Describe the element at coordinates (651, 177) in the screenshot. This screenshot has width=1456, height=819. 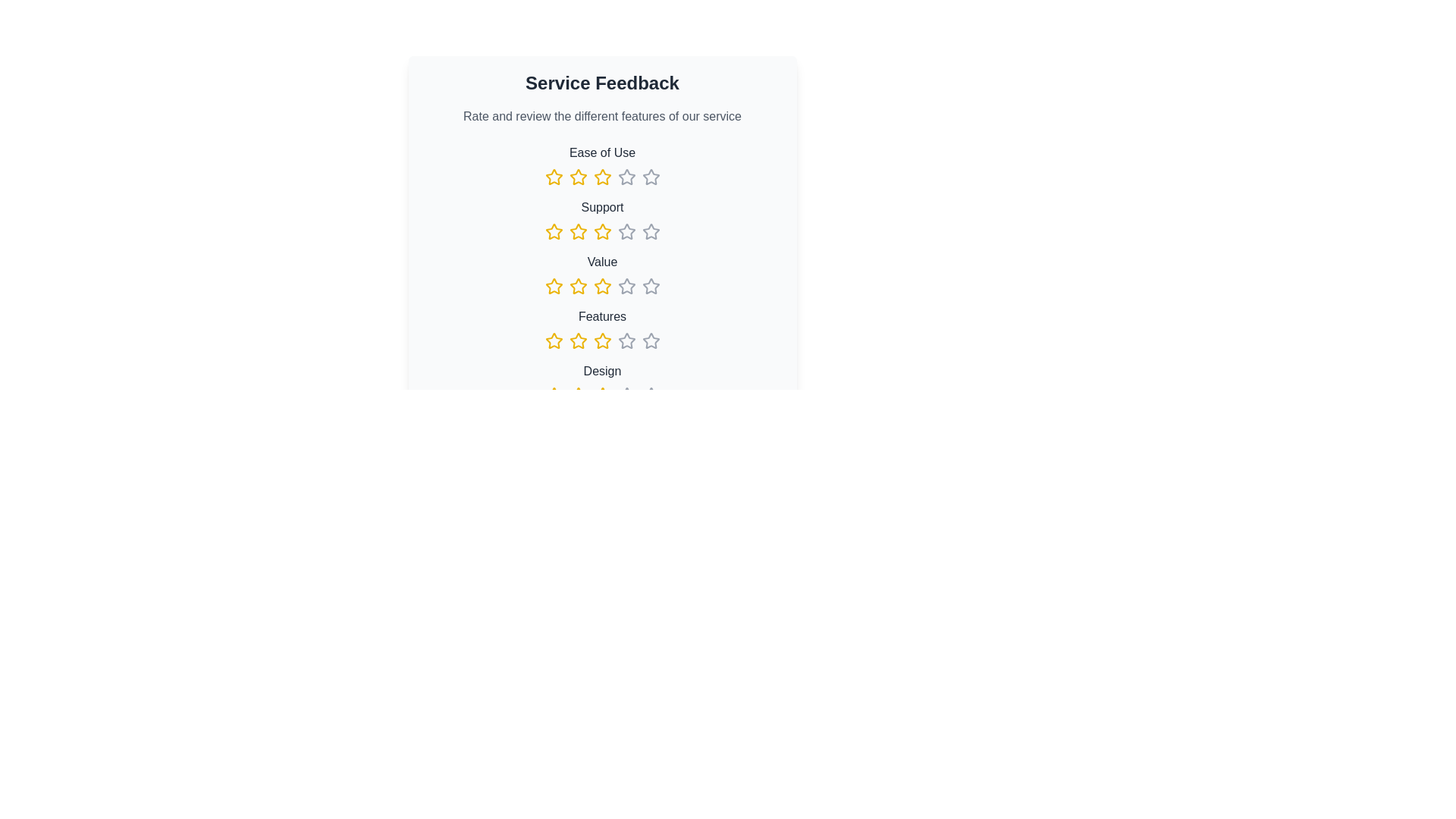
I see `the last star-shaped icon in the rating component for 'Ease of Use'` at that location.